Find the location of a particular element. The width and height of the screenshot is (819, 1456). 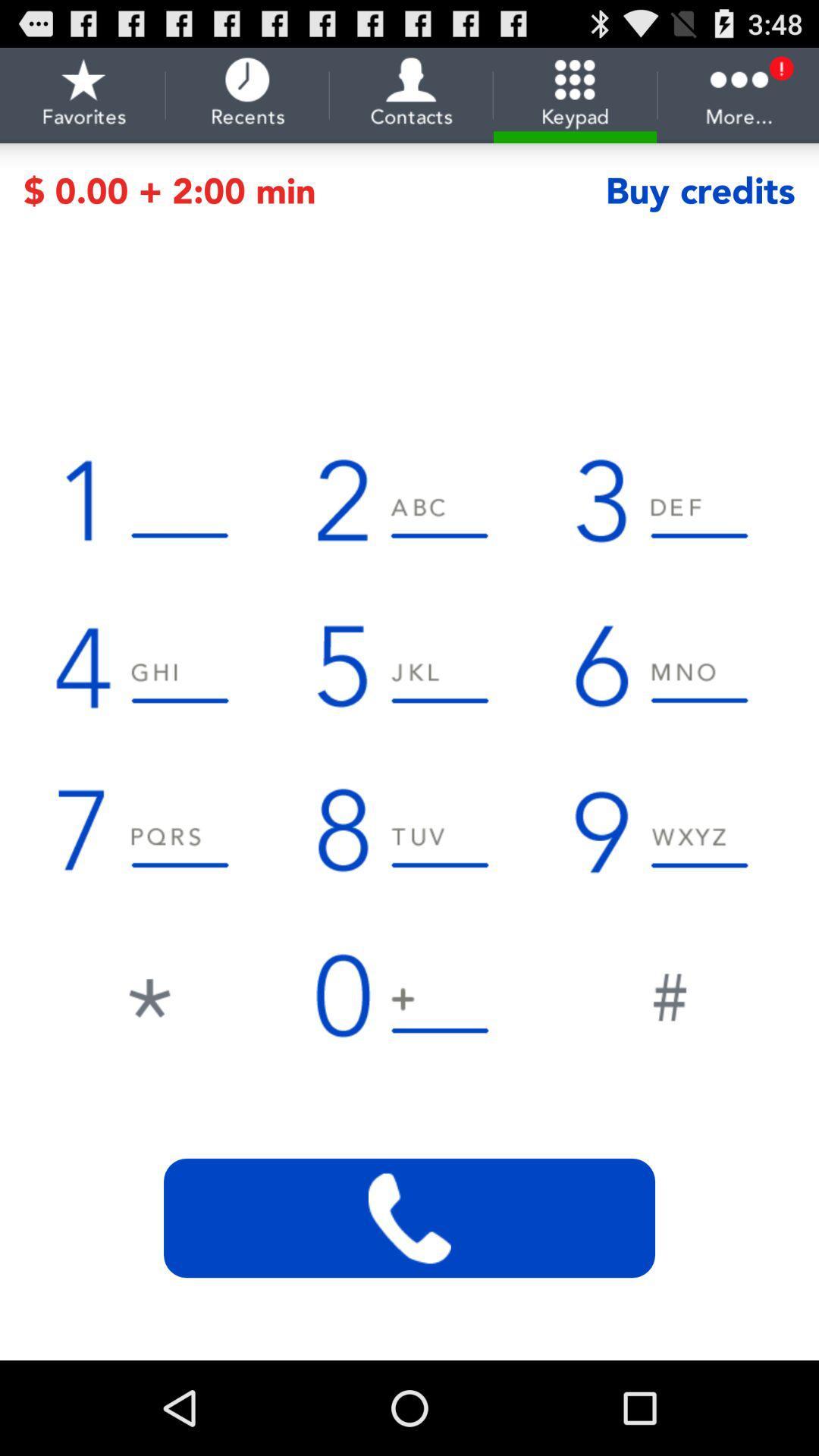

buy credits button is located at coordinates (700, 190).